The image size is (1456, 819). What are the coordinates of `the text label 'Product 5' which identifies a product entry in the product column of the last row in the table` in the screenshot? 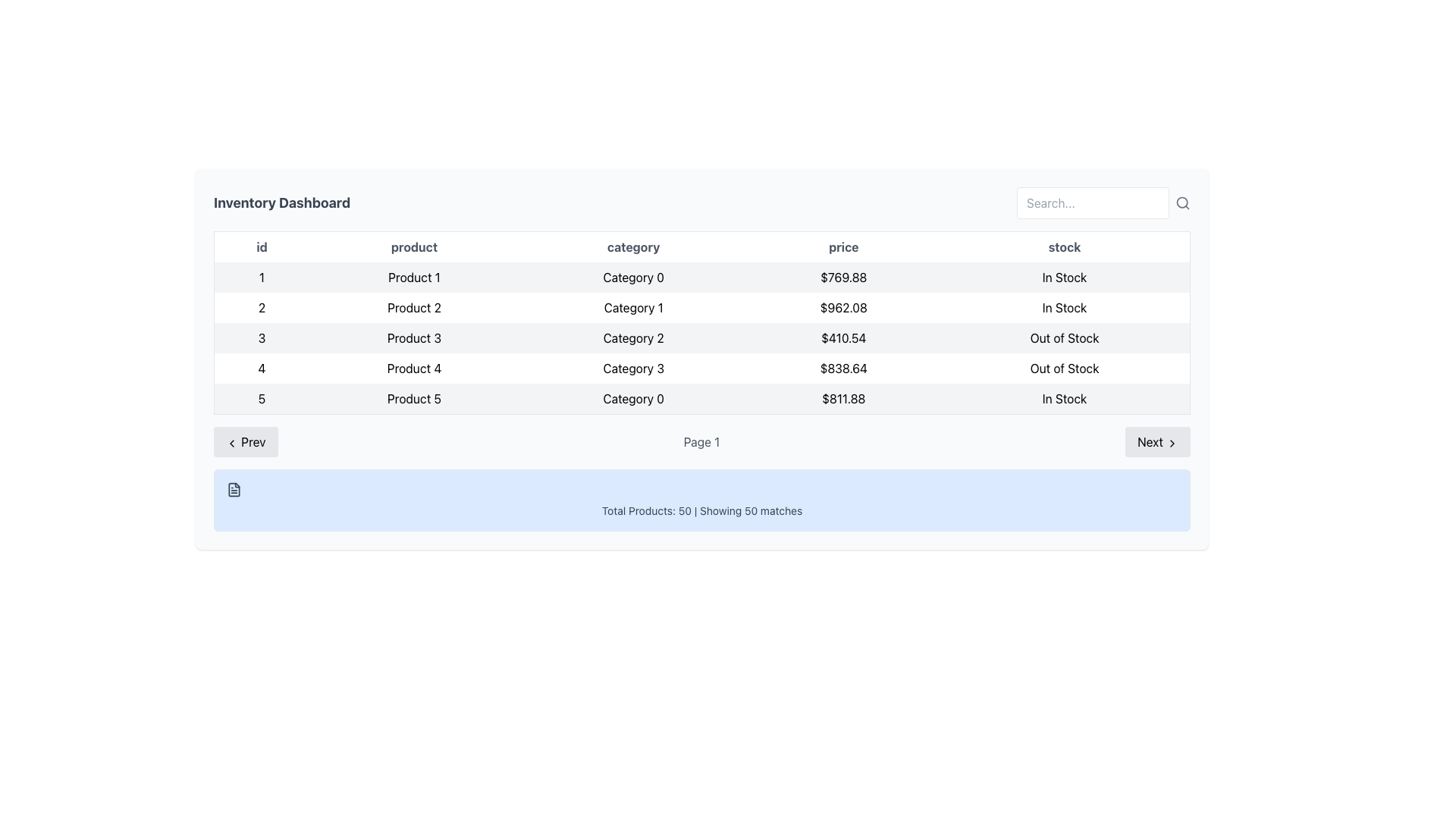 It's located at (414, 398).